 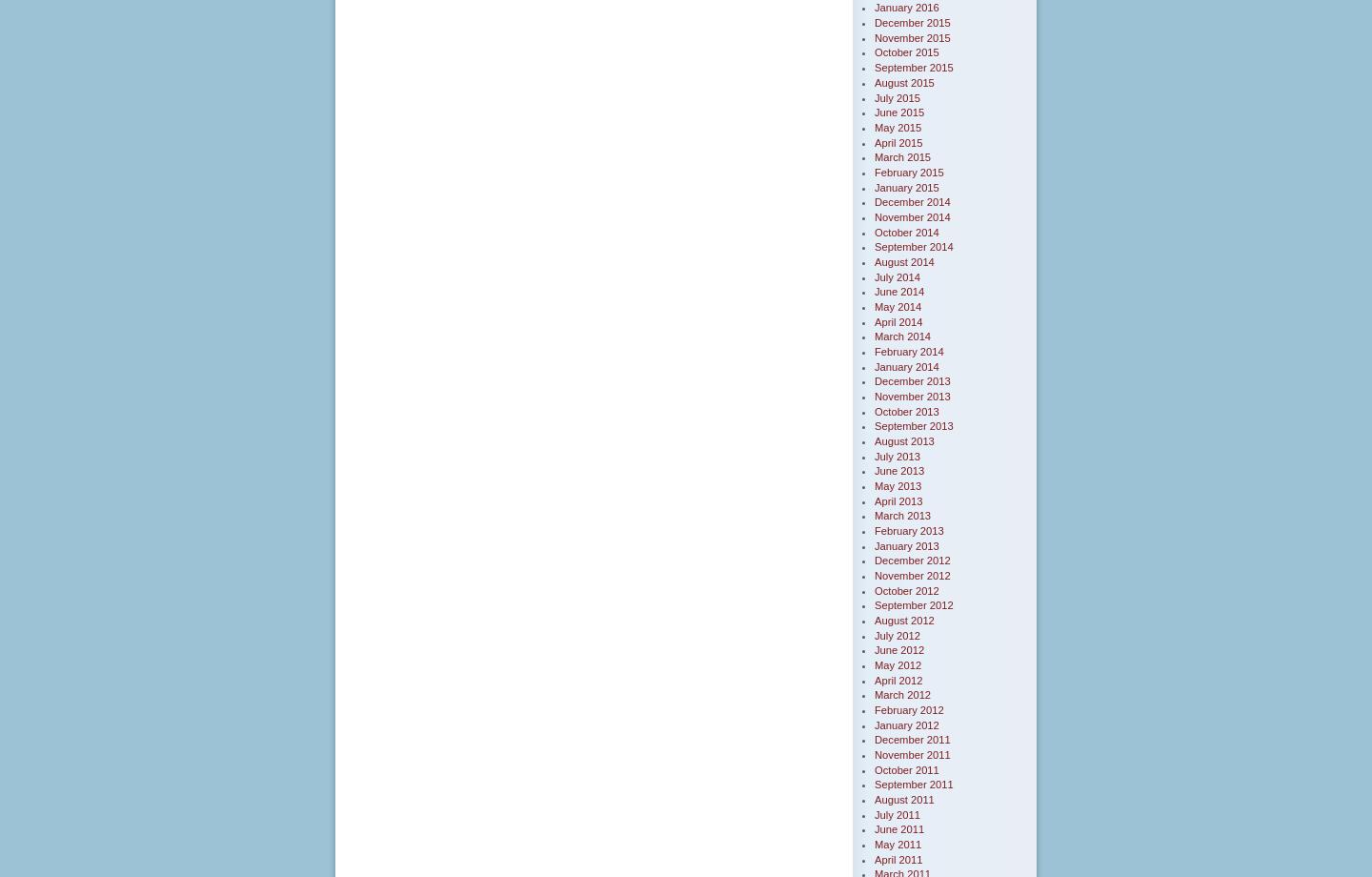 I want to click on 'June 2012', so click(x=899, y=648).